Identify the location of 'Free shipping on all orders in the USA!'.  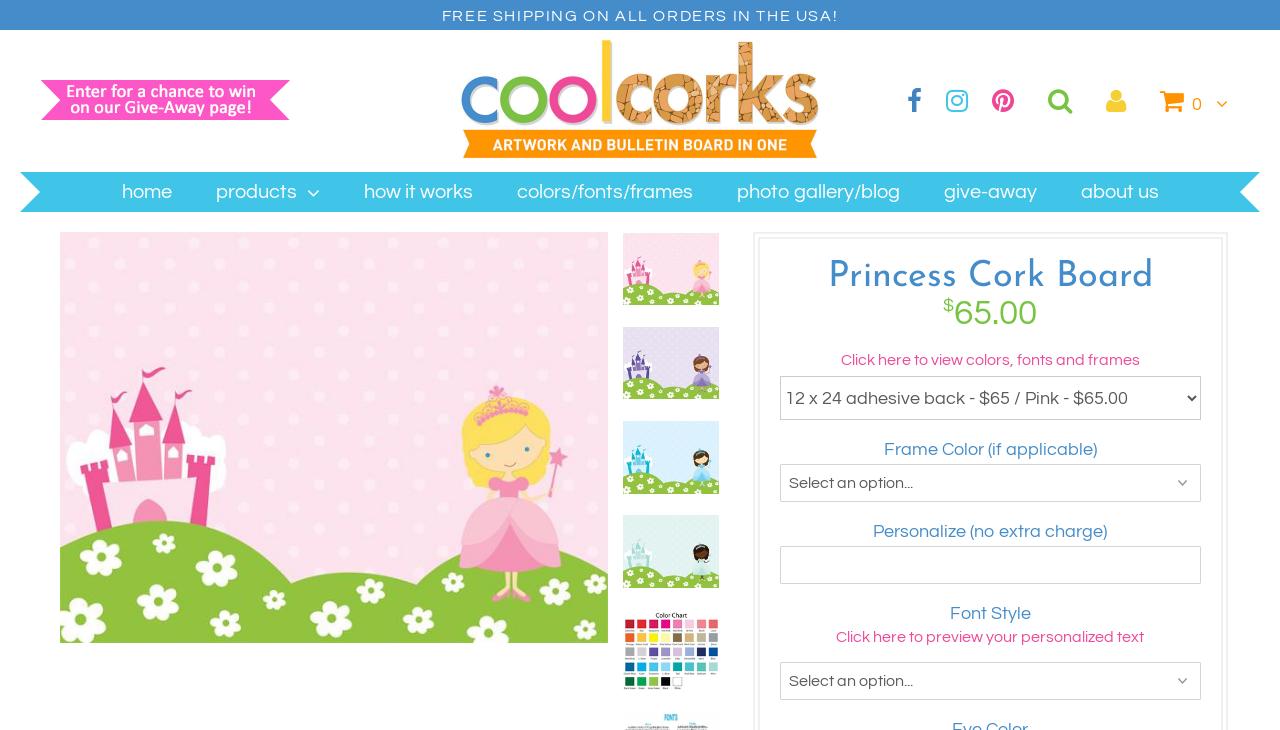
(638, 14).